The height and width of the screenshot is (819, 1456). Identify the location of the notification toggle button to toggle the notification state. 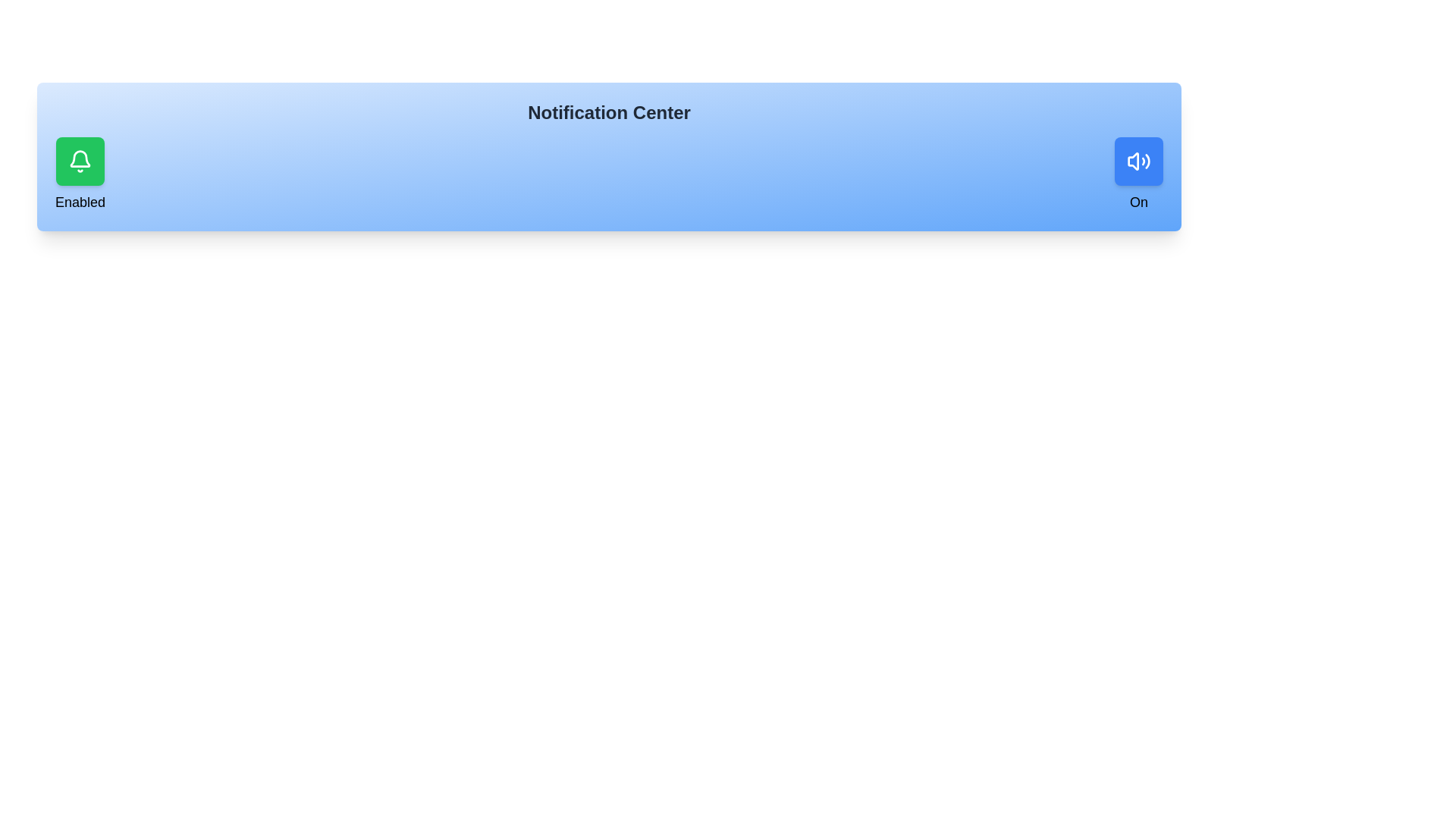
(79, 161).